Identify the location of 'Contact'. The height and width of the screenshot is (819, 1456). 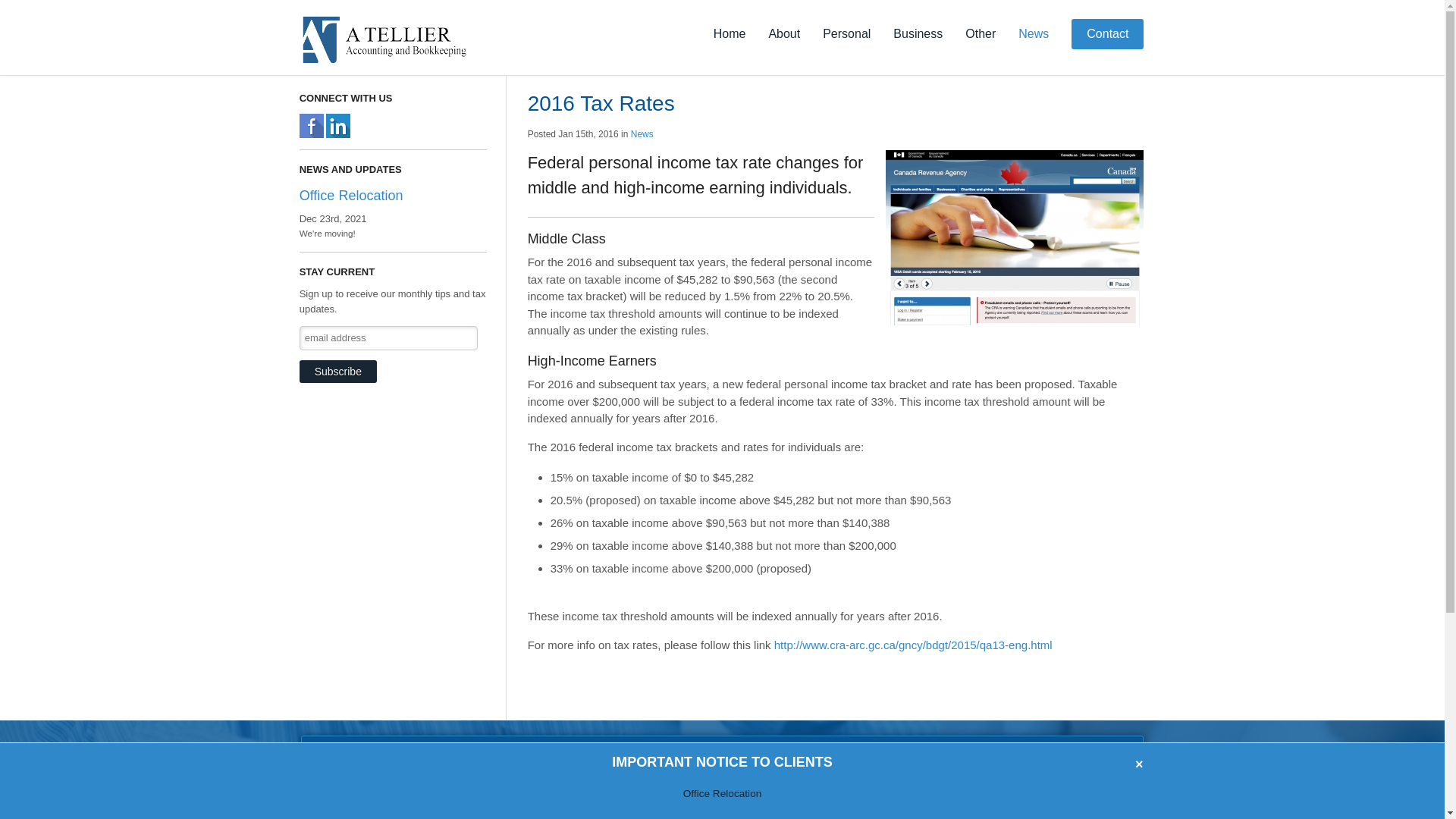
(1107, 34).